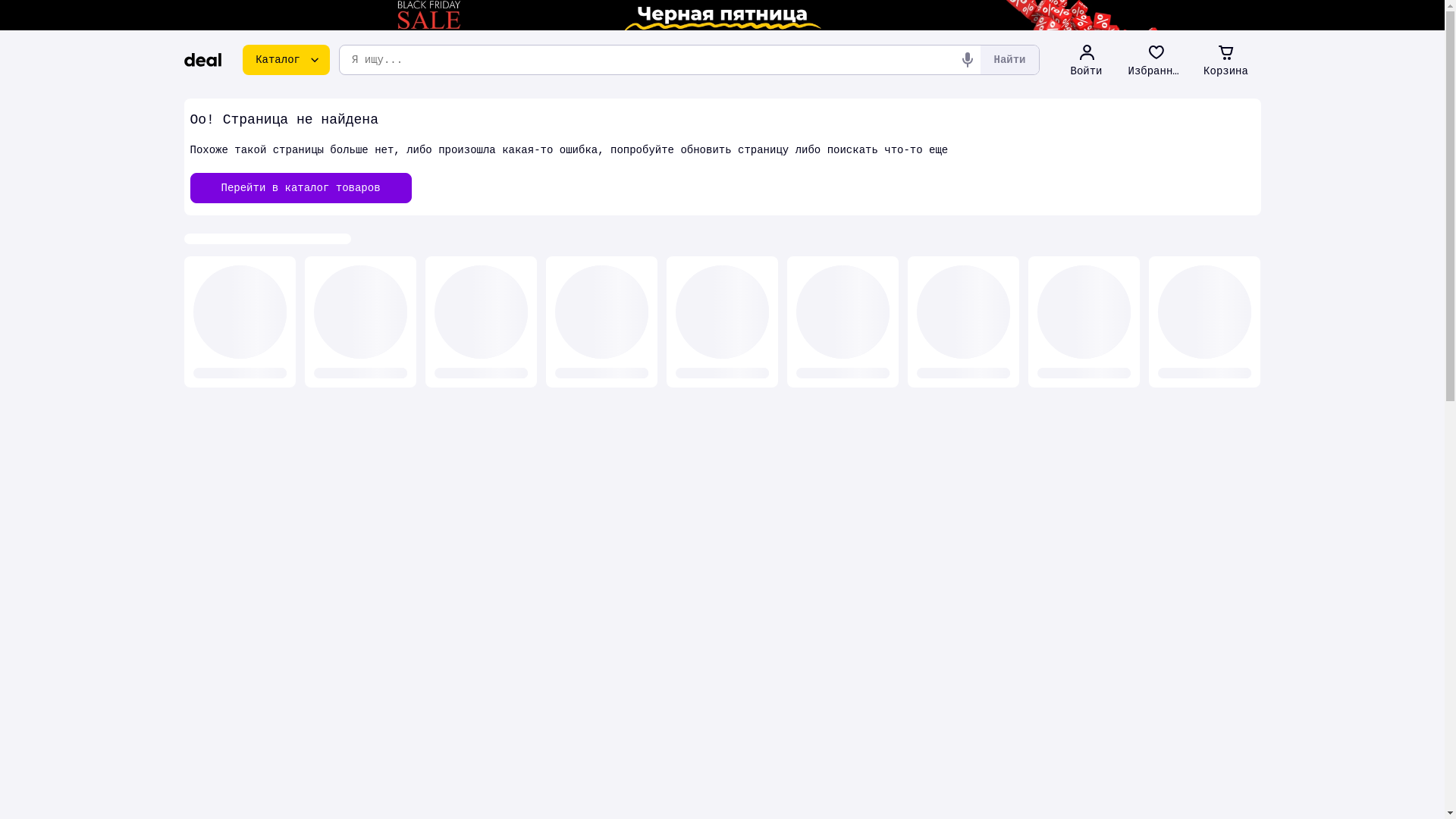 The height and width of the screenshot is (819, 1456). What do you see at coordinates (202, 58) in the screenshot?
I see `'deal.by'` at bounding box center [202, 58].